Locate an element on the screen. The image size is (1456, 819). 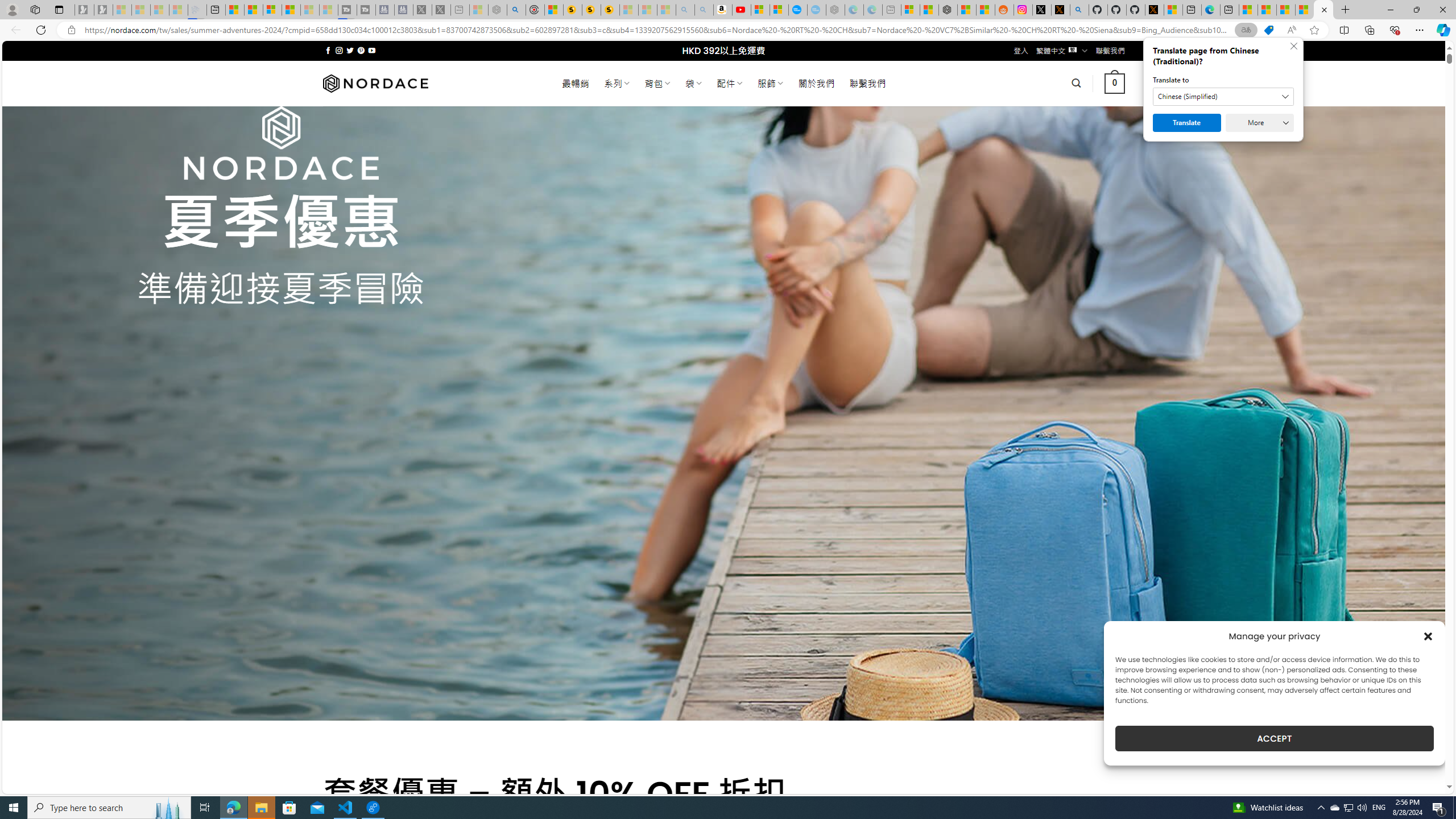
'Class: cmplz-close' is located at coordinates (1428, 636).